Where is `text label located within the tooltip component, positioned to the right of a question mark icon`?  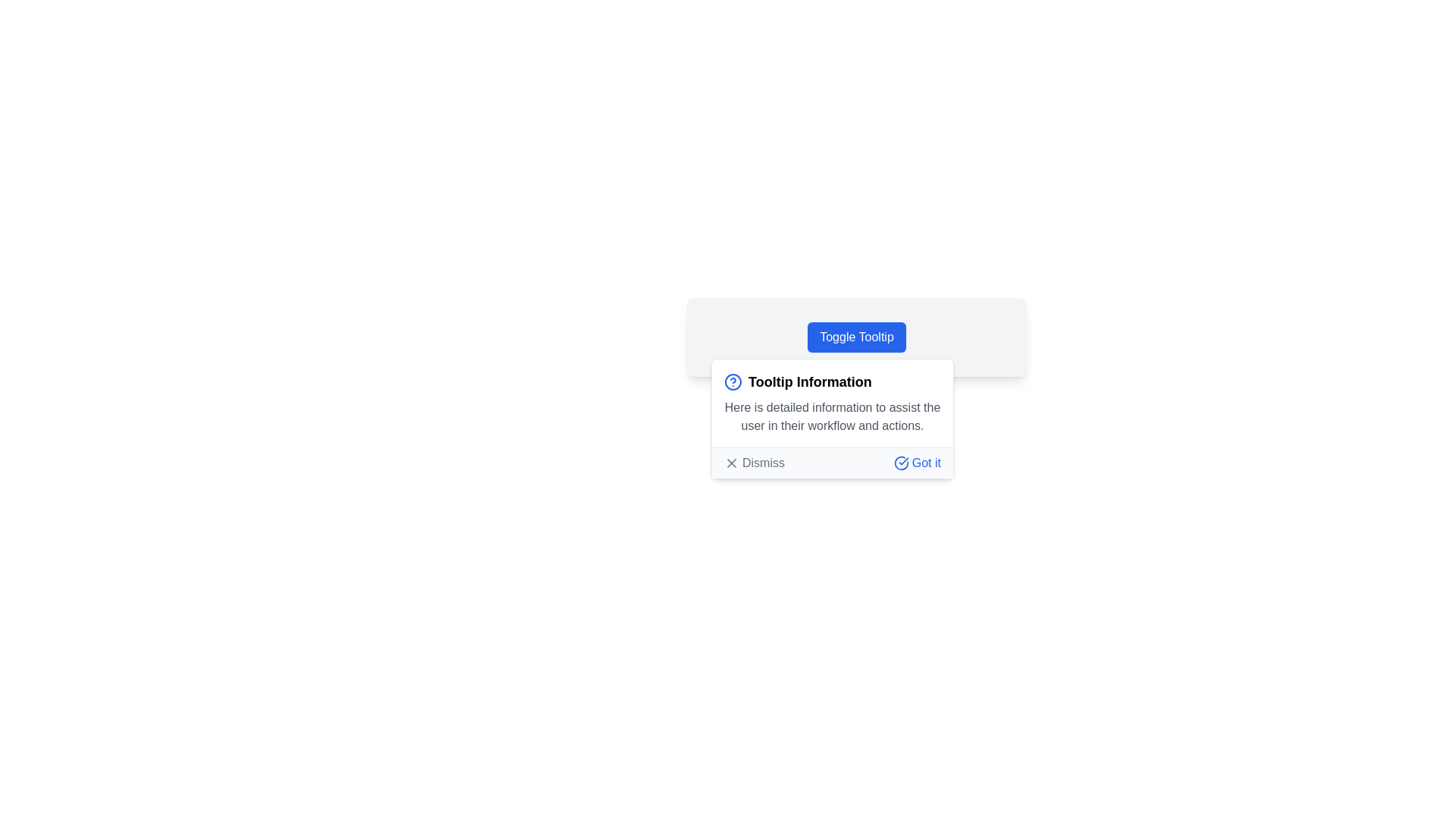 text label located within the tooltip component, positioned to the right of a question mark icon is located at coordinates (809, 381).